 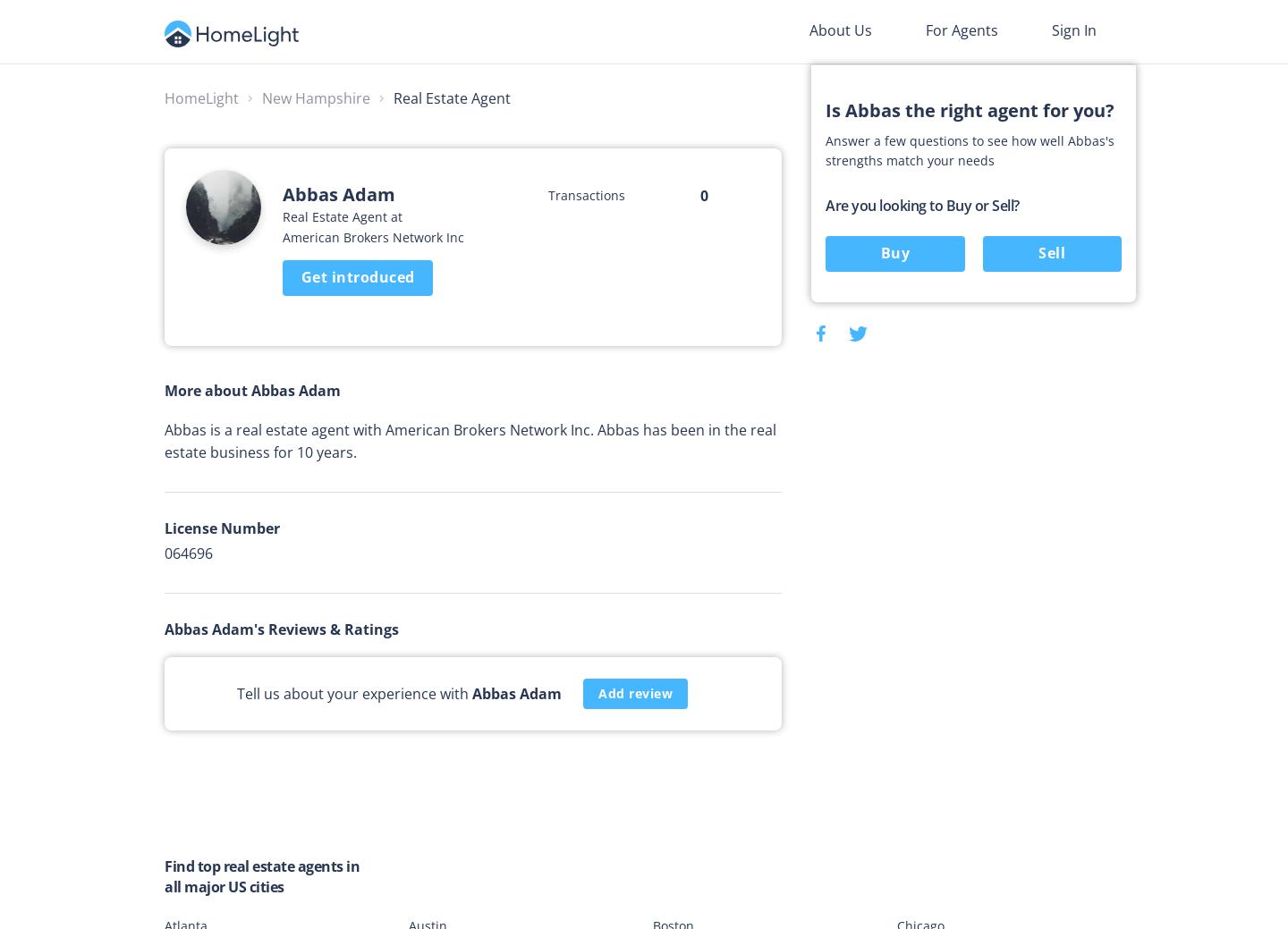 I want to click on 'Real Estate Agent', so click(x=394, y=97).